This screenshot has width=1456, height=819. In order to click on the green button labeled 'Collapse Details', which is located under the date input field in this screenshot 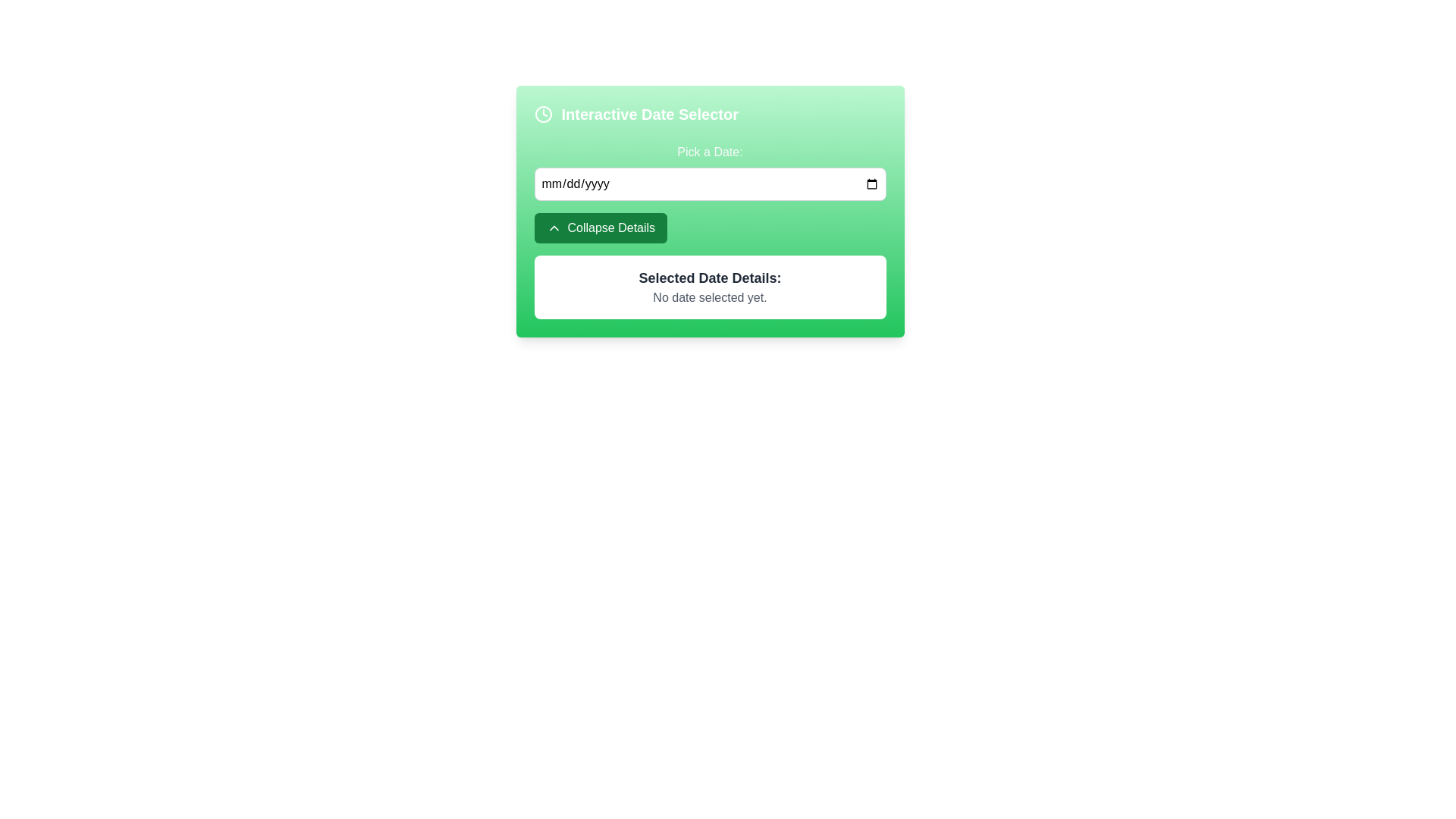, I will do `click(553, 227)`.